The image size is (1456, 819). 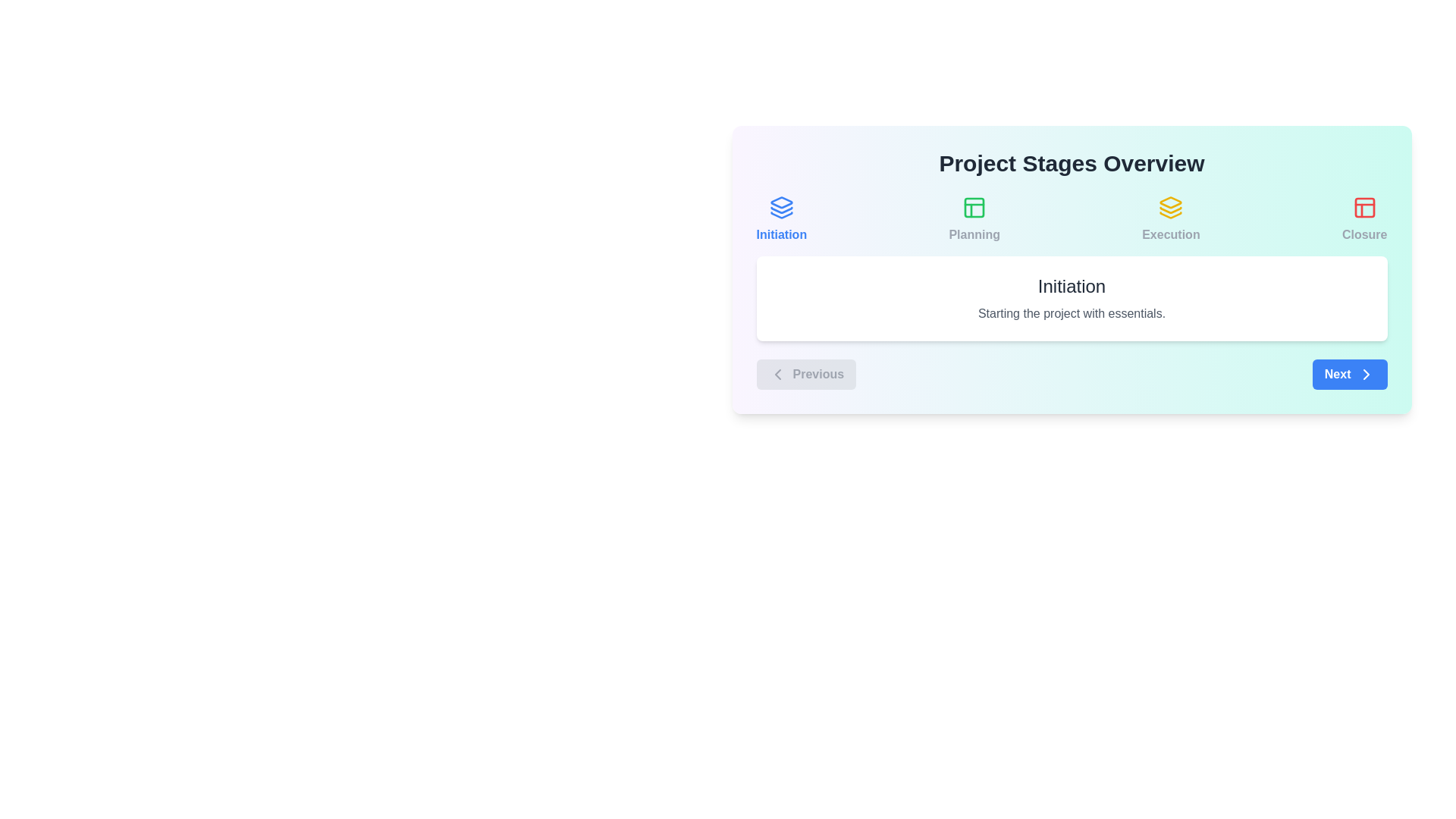 I want to click on the blue icon resembling stacked layers located in the header above the text 'Initiation', which is the first icon in the sequence of stage icons in the 'Project Stages Overview' section, so click(x=781, y=207).